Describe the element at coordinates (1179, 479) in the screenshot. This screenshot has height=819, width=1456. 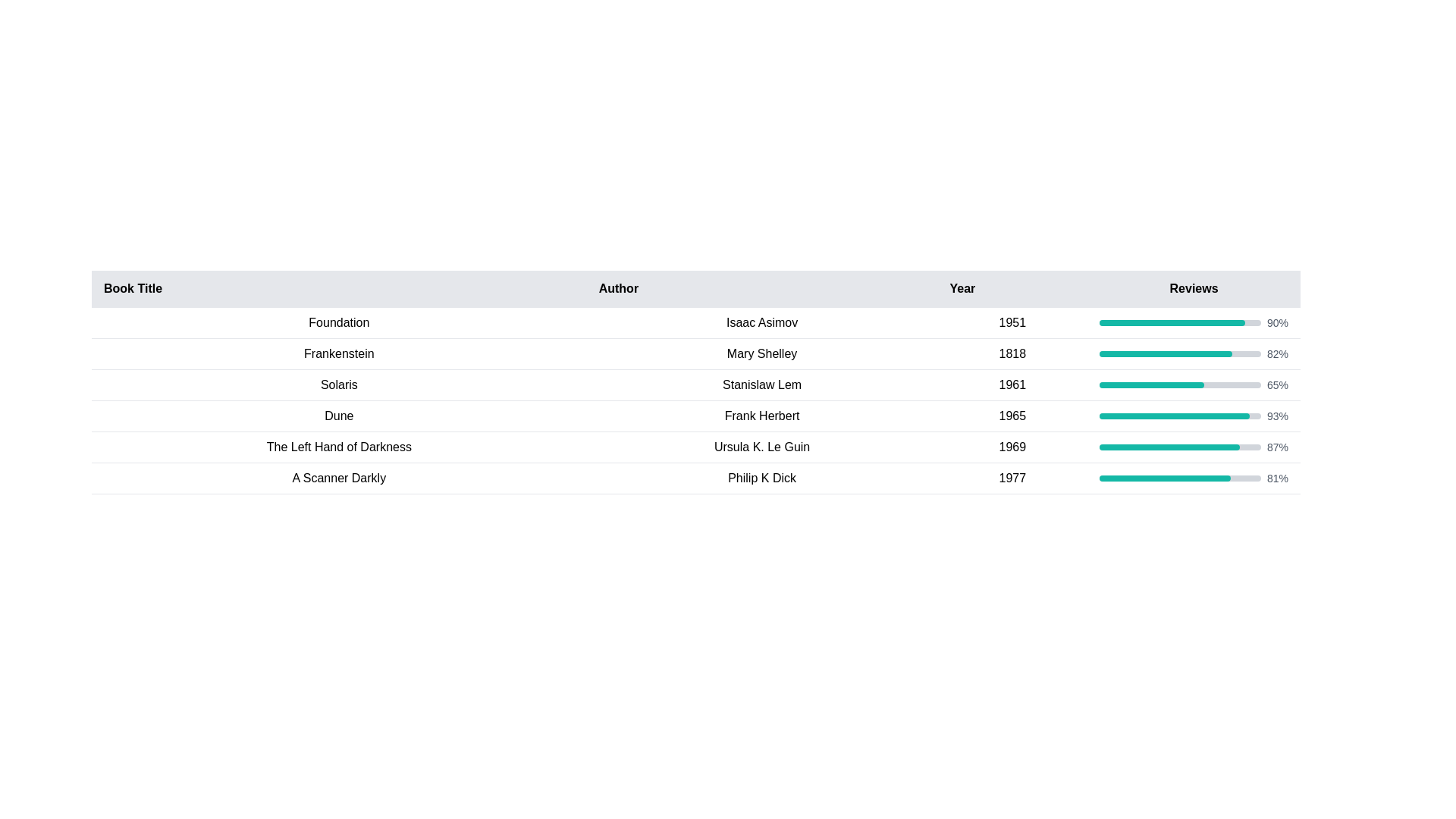
I see `the progress represented by the teal section of the progress bar located in the 'Reviews' column for the book titled 'A Scanner Darkly'` at that location.